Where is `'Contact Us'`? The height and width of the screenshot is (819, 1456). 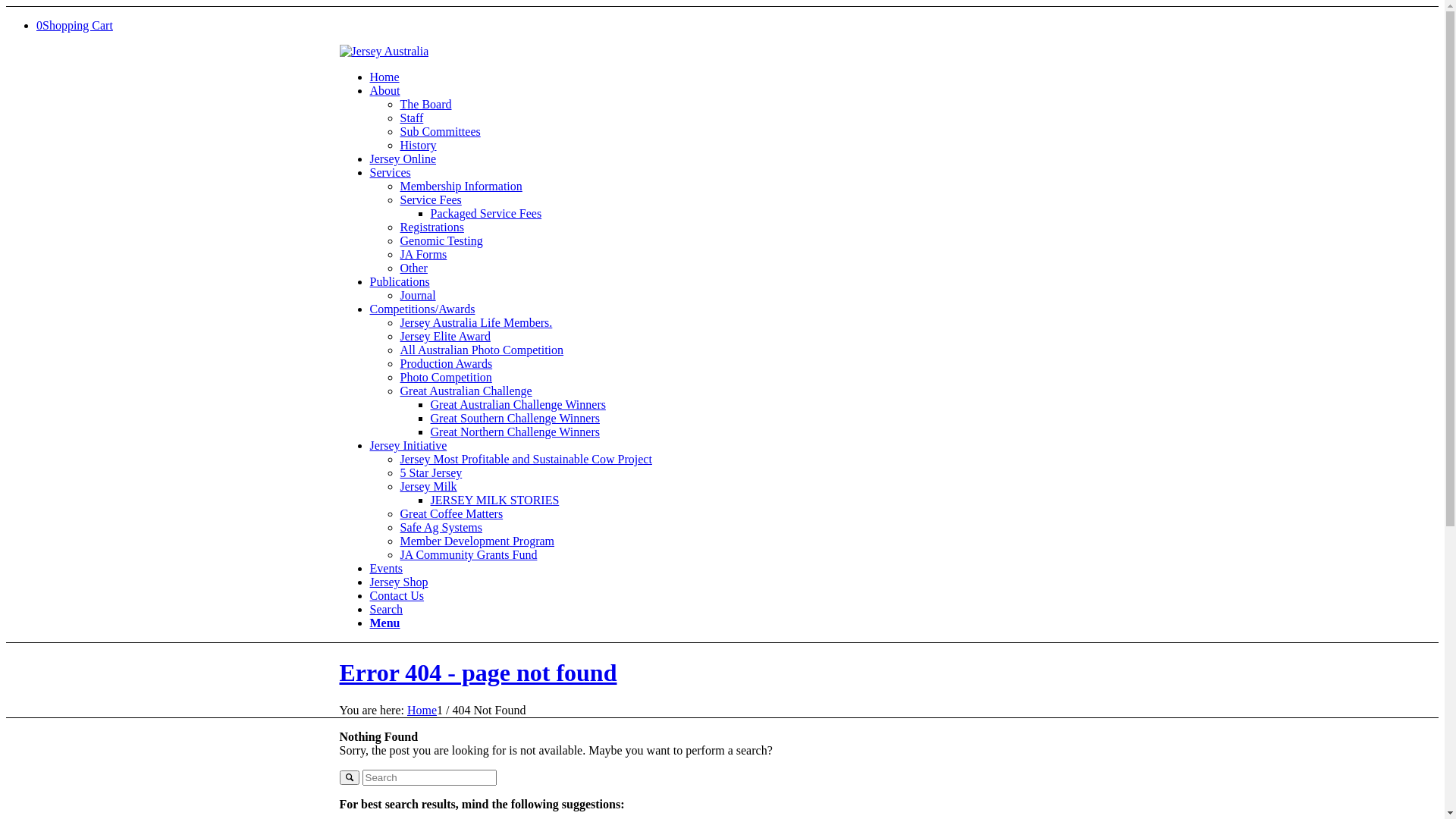 'Contact Us' is located at coordinates (397, 595).